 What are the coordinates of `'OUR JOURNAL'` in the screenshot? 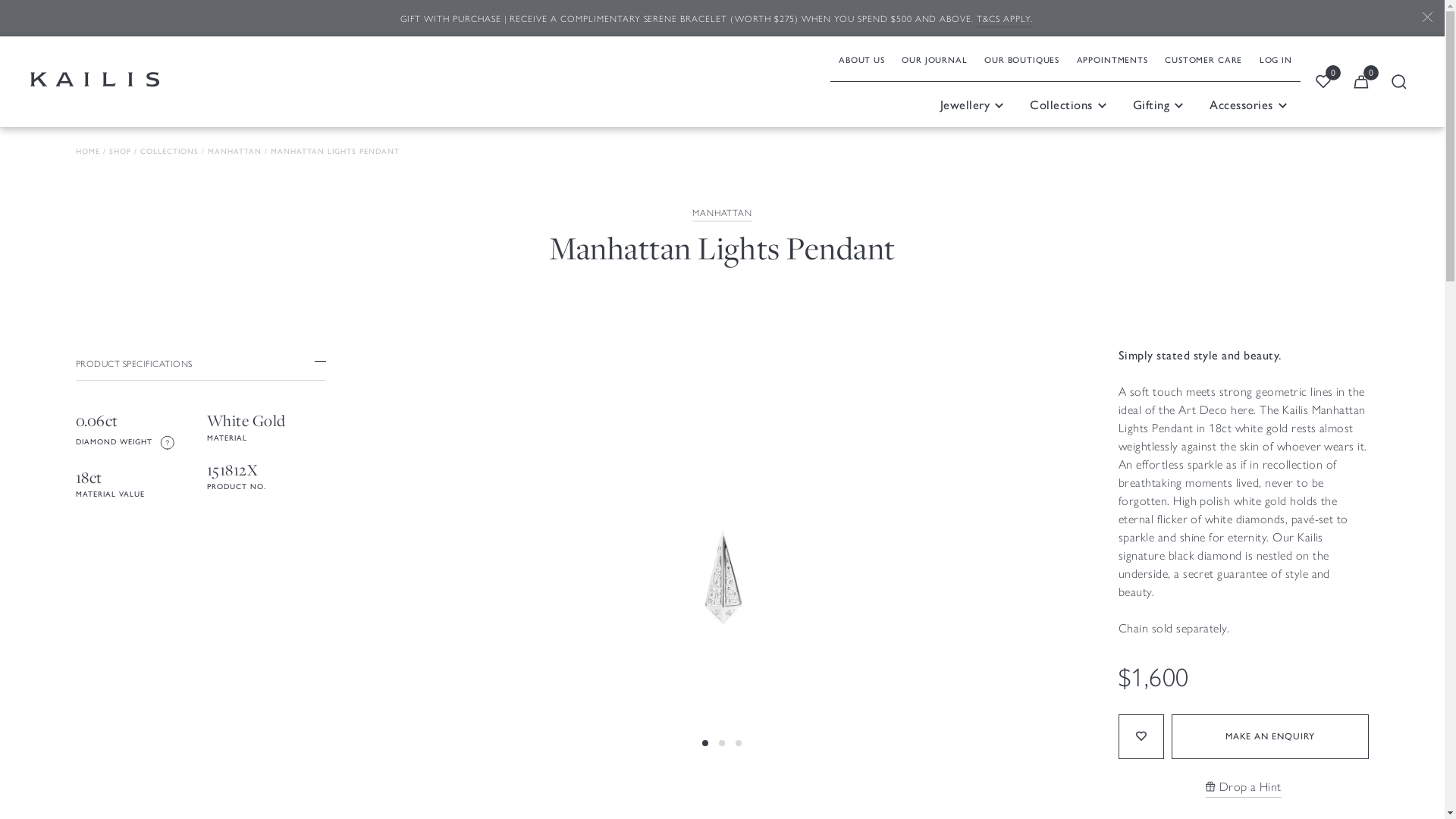 It's located at (934, 58).